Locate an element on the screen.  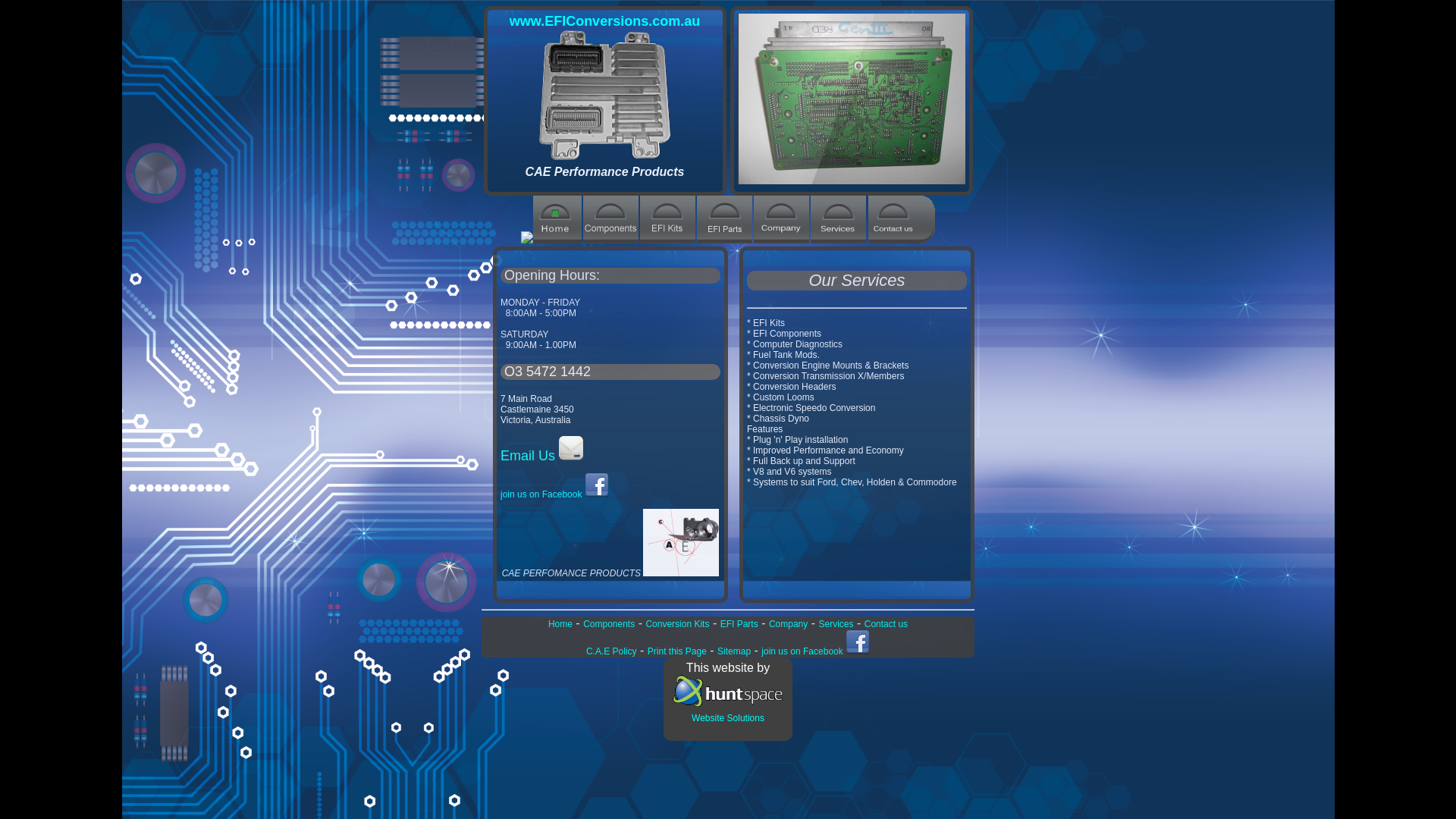
'Components' is located at coordinates (608, 623).